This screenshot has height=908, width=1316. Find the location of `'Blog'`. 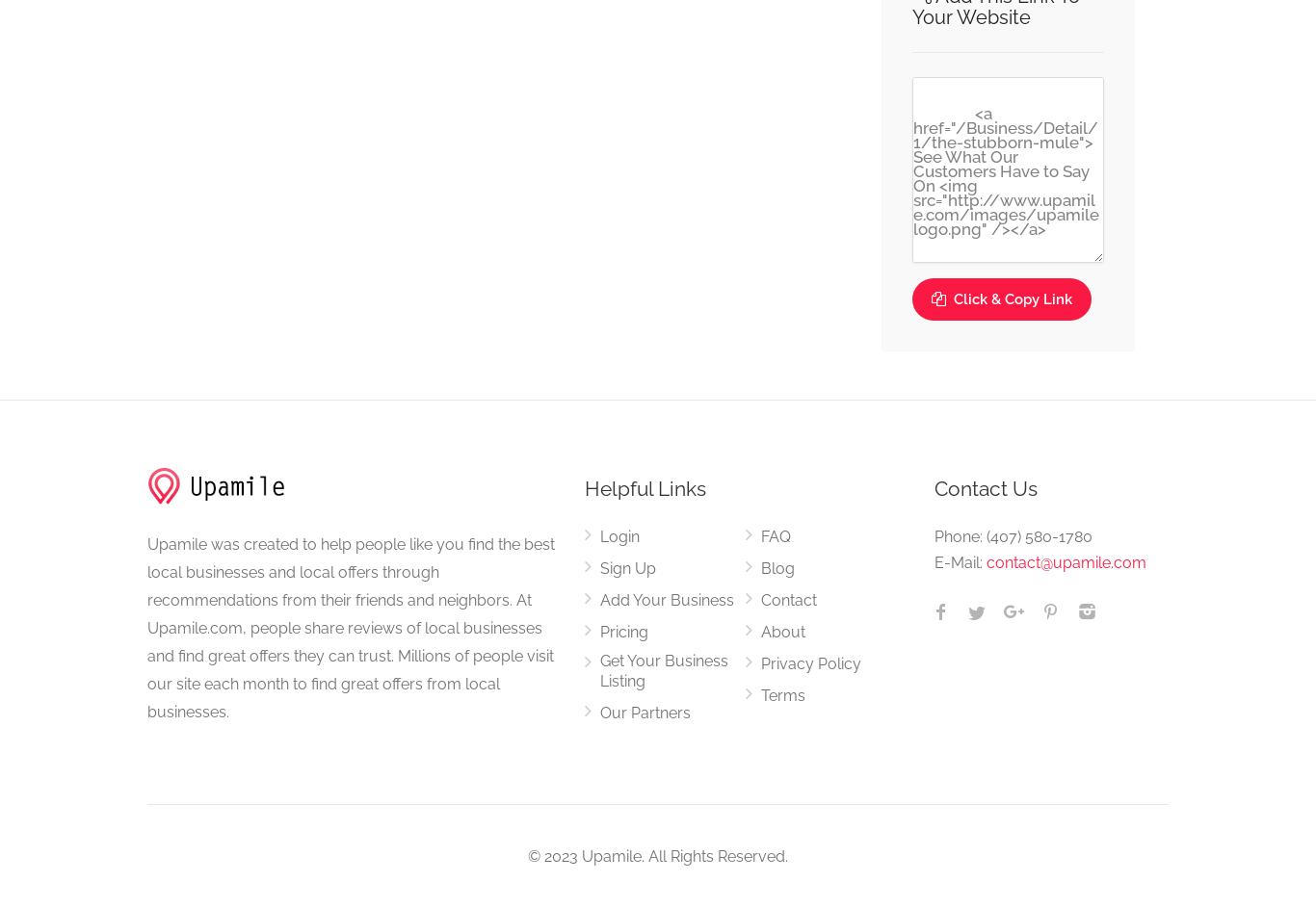

'Blog' is located at coordinates (776, 567).